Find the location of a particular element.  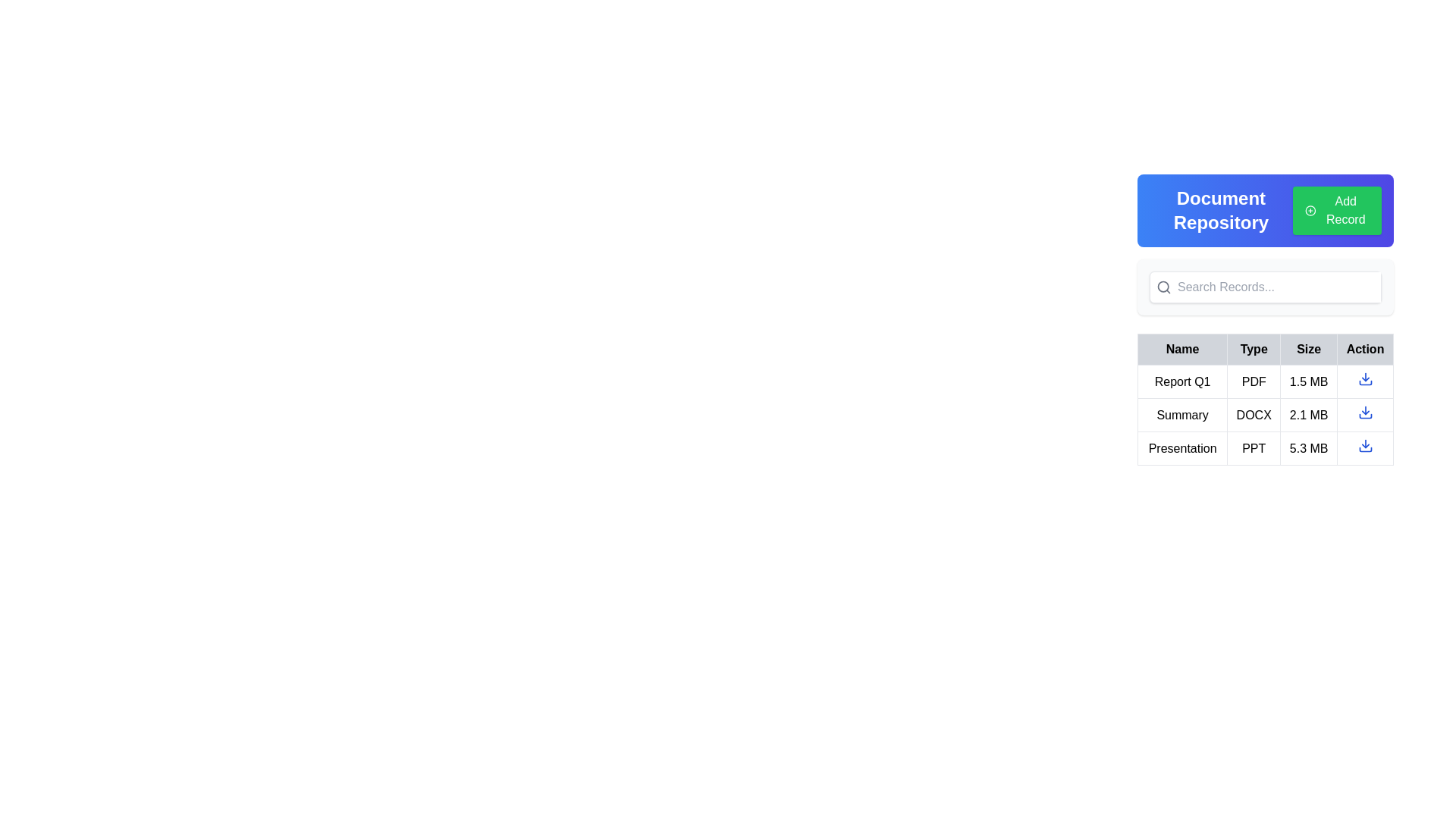

the blue download icon button representing the download action located is located at coordinates (1365, 381).